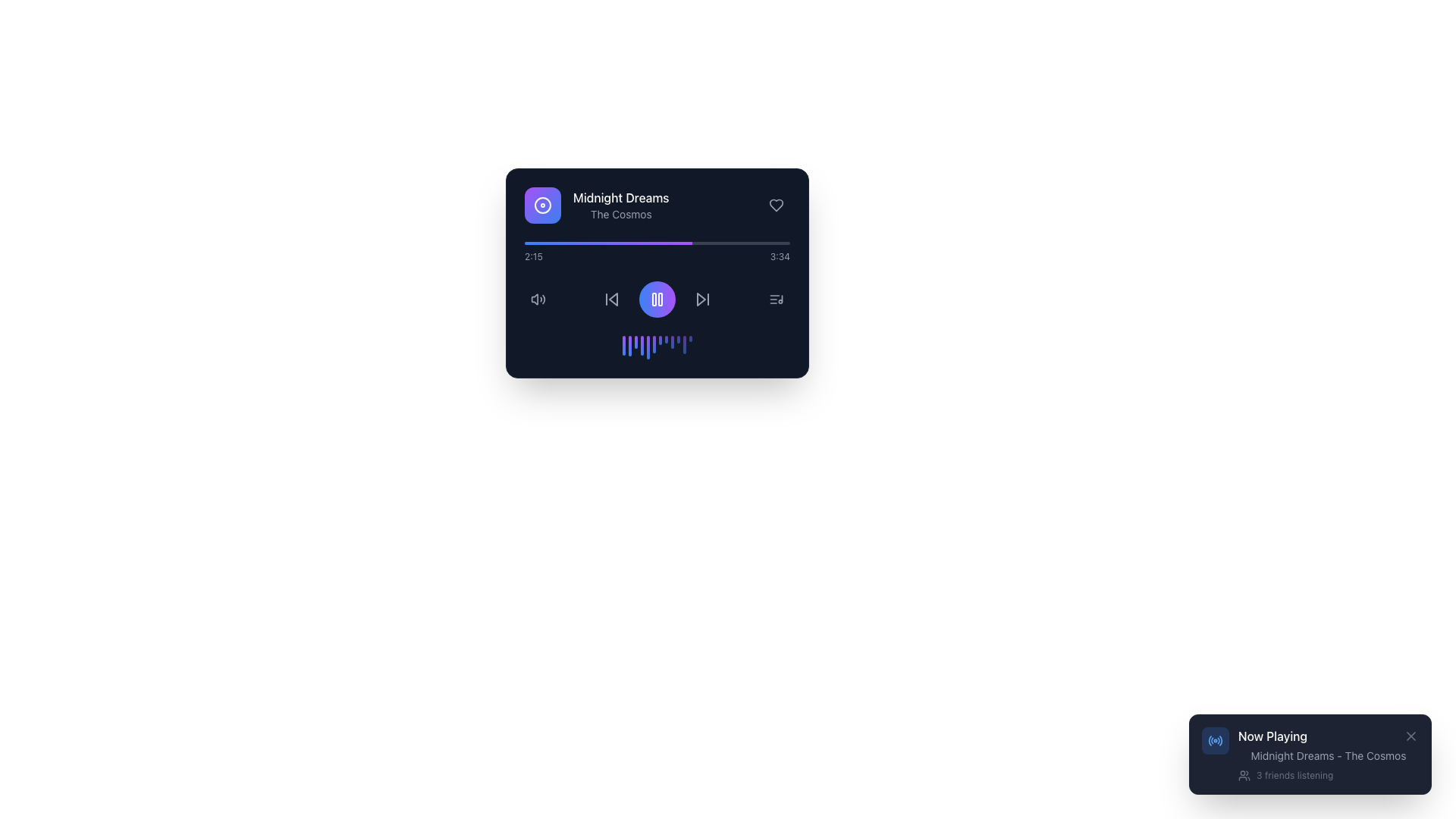 This screenshot has height=819, width=1456. I want to click on playback progress, so click(577, 242).